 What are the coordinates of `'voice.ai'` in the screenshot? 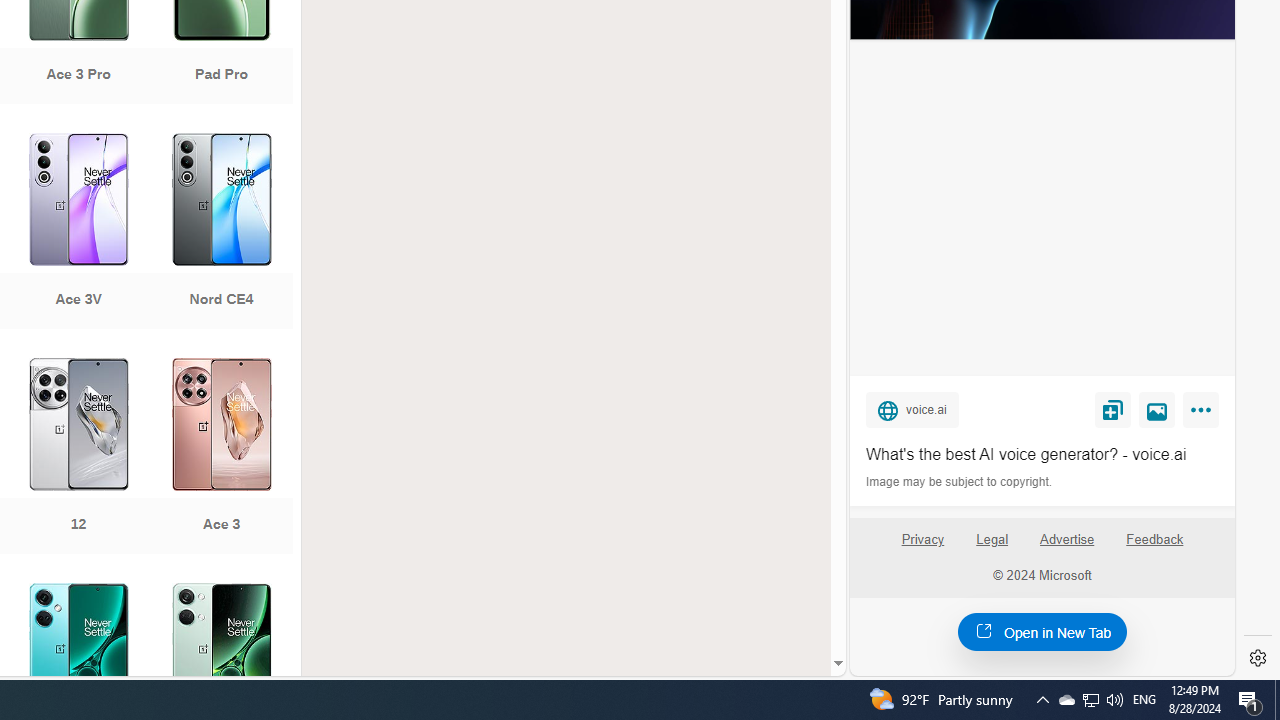 It's located at (911, 408).